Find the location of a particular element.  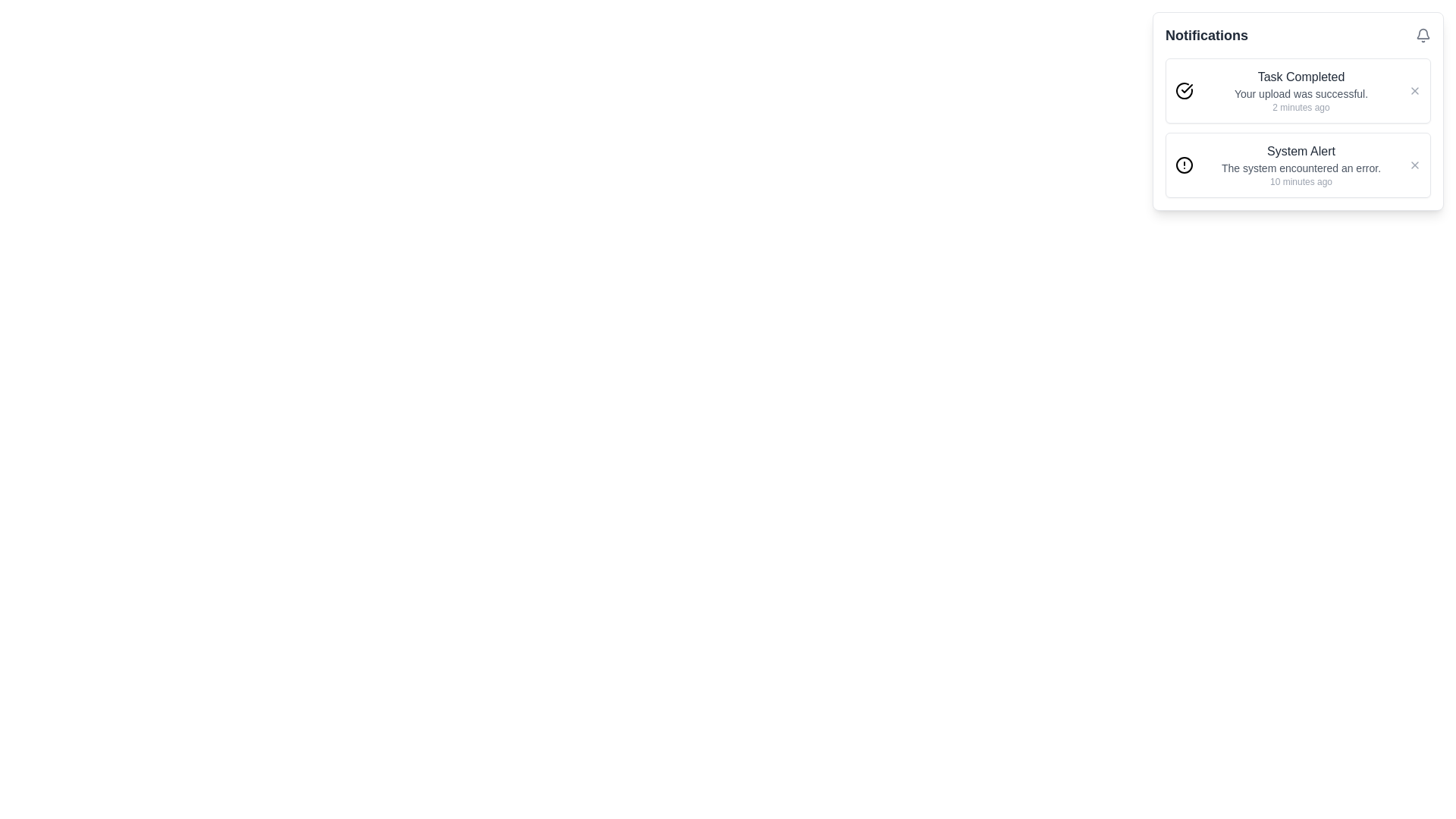

the text label displaying 'Task Completed' which is styled in bold and located at the top of the notification group in the right-hand notification panel is located at coordinates (1301, 77).